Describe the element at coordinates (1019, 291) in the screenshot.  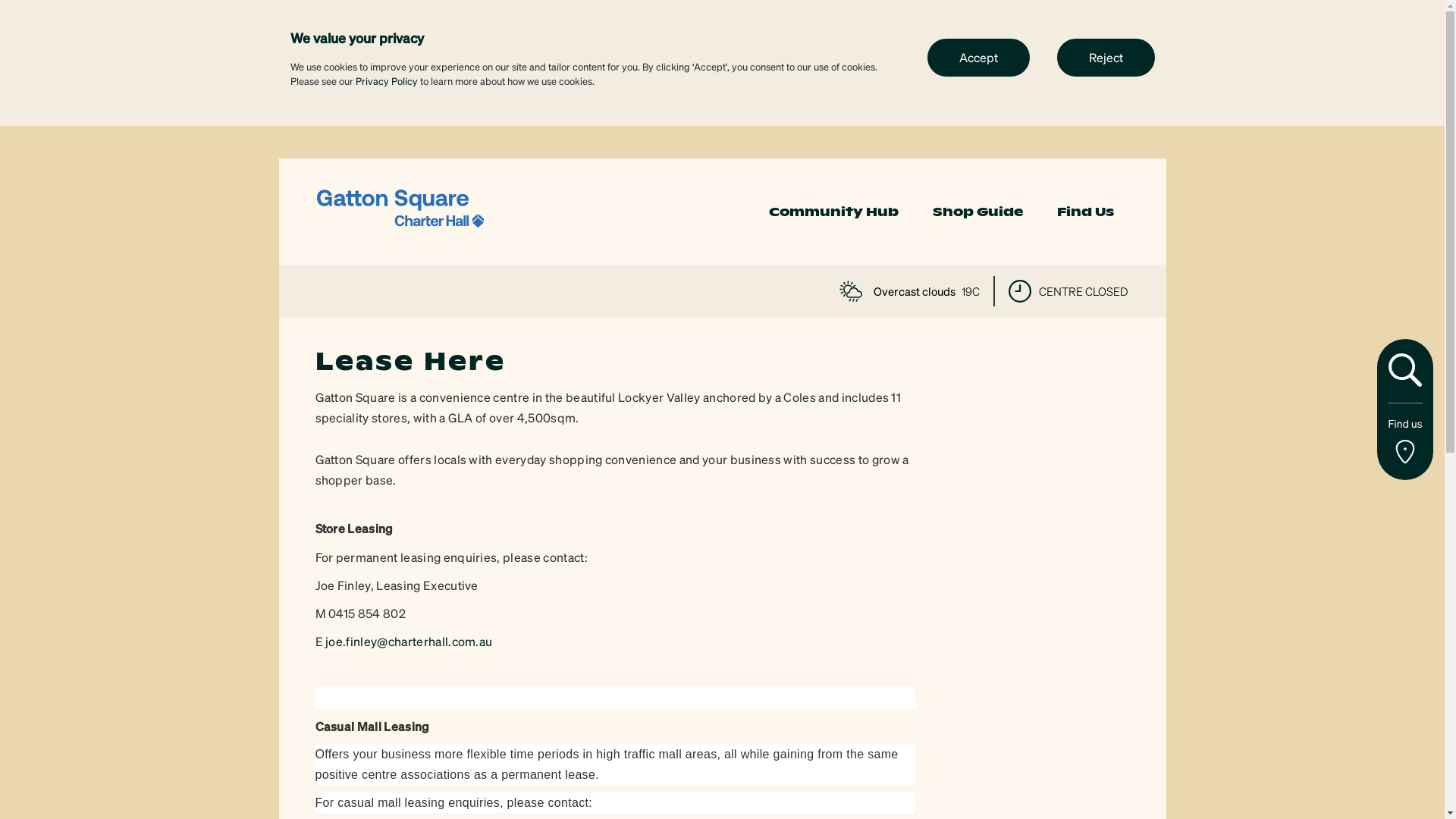
I see `'time'` at that location.